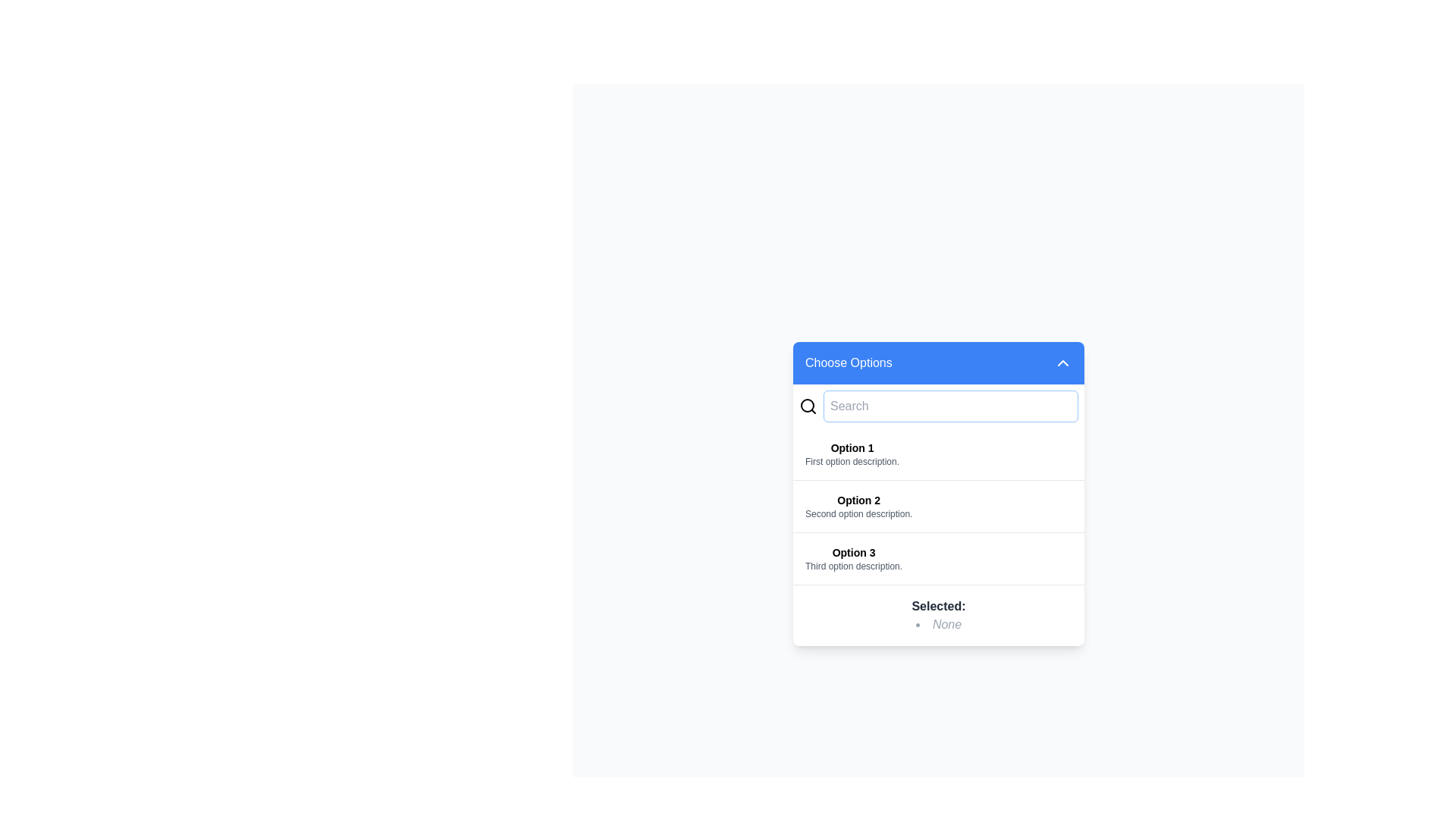 Image resolution: width=1456 pixels, height=819 pixels. I want to click on the second selectable list item titled 'Option 2' which has a description 'Second option description', so click(938, 506).